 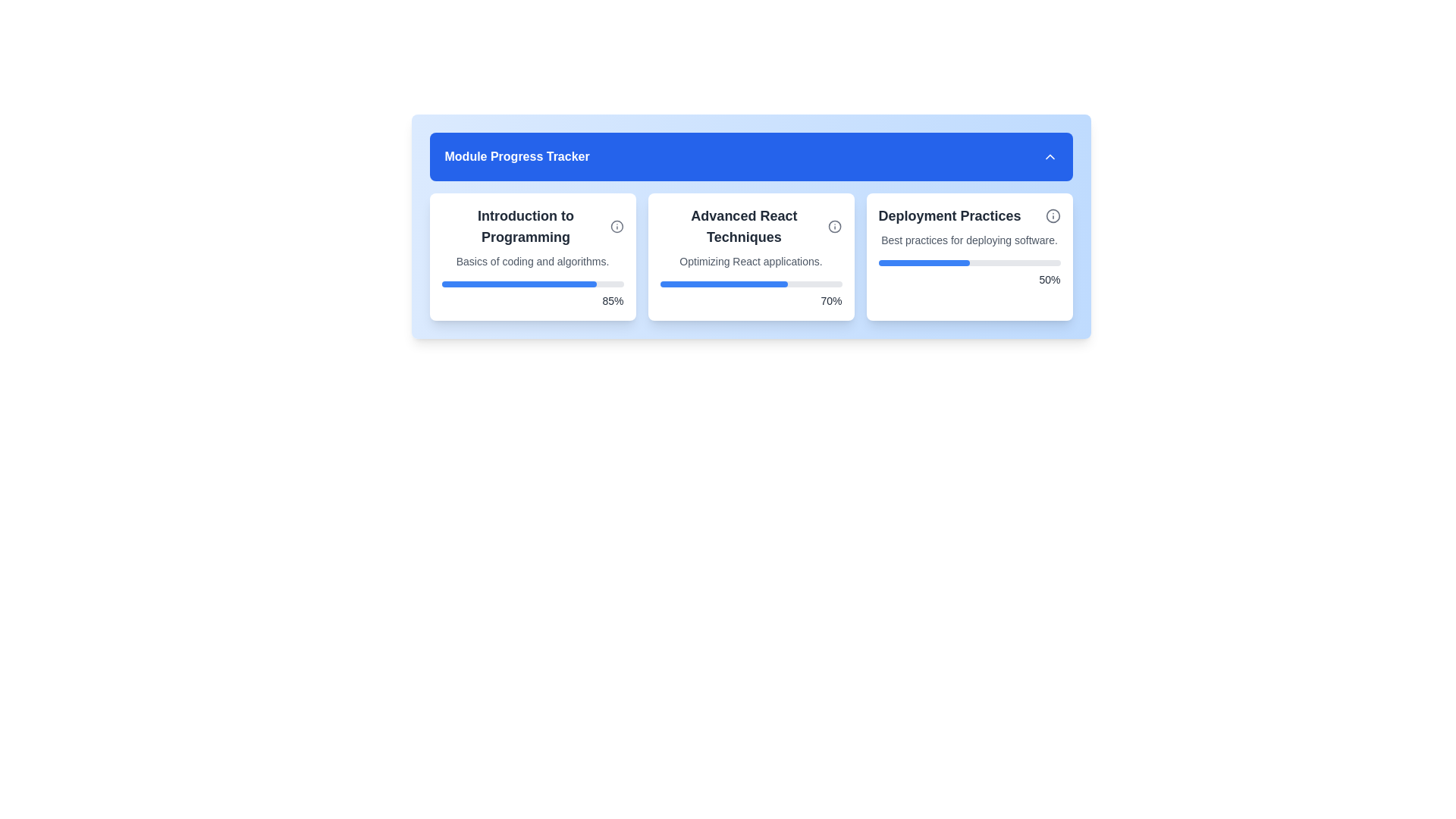 I want to click on the circular information icon located in the top-right corner of the 'Deployment Practices' card, so click(x=1052, y=216).